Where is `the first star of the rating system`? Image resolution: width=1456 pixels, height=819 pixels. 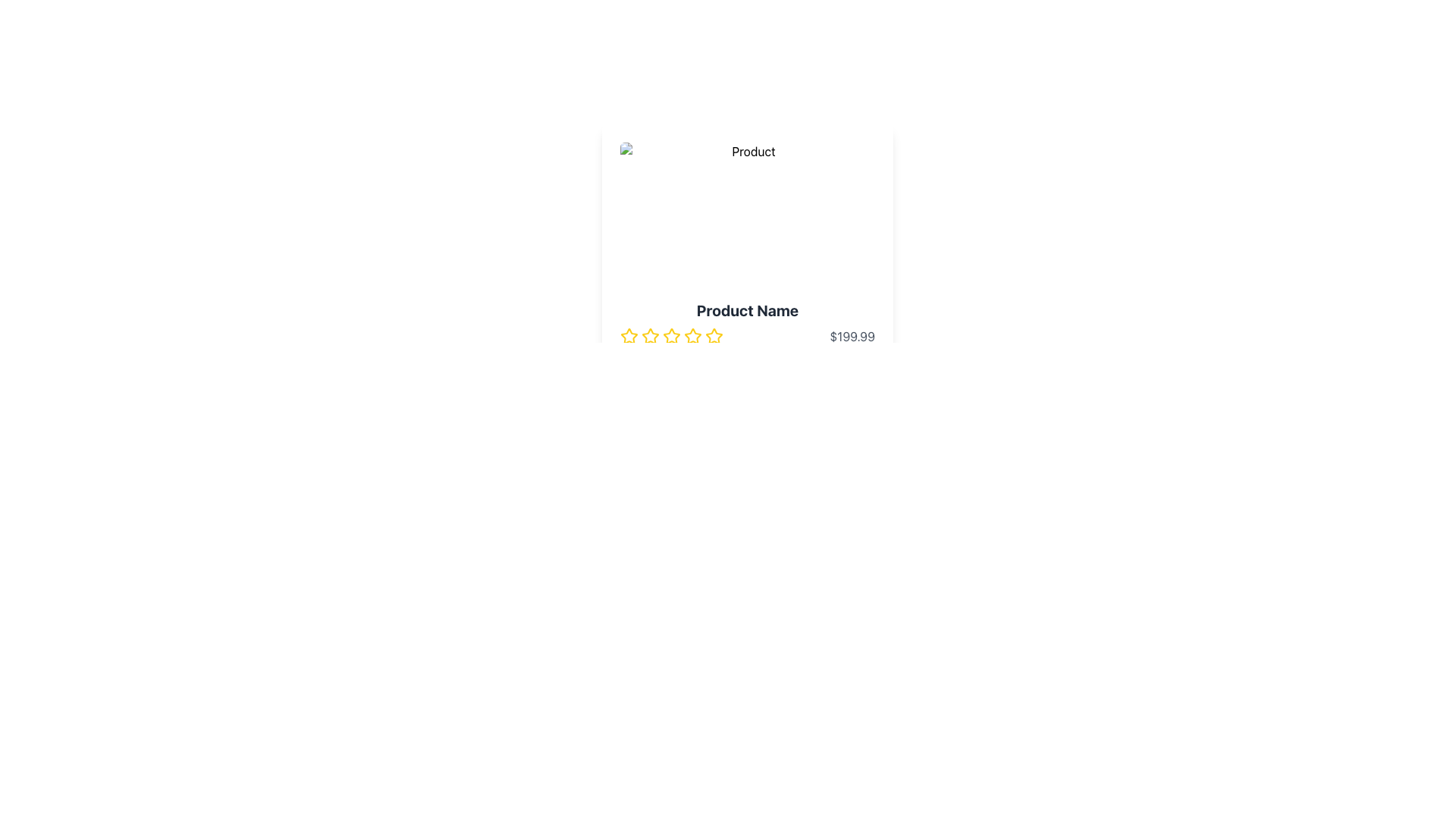 the first star of the rating system is located at coordinates (629, 335).